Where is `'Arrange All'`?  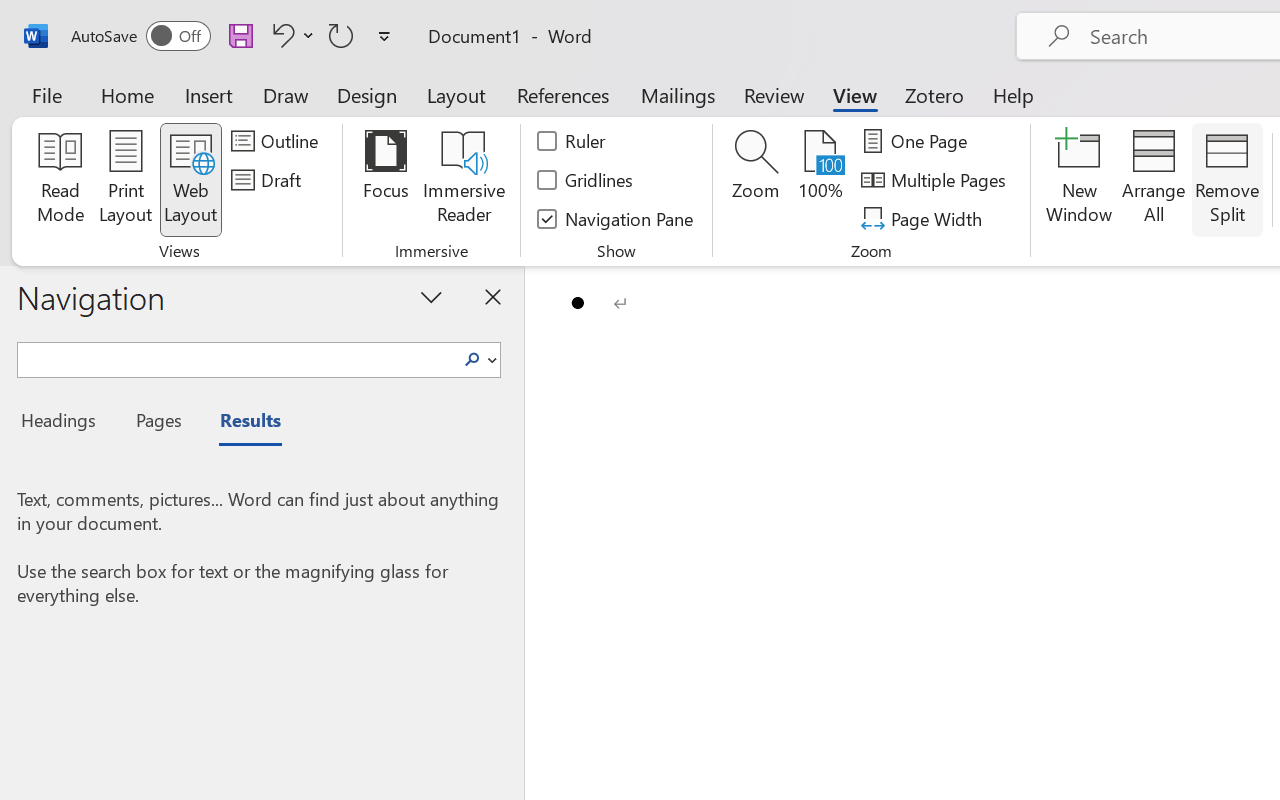
'Arrange All' is located at coordinates (1153, 179).